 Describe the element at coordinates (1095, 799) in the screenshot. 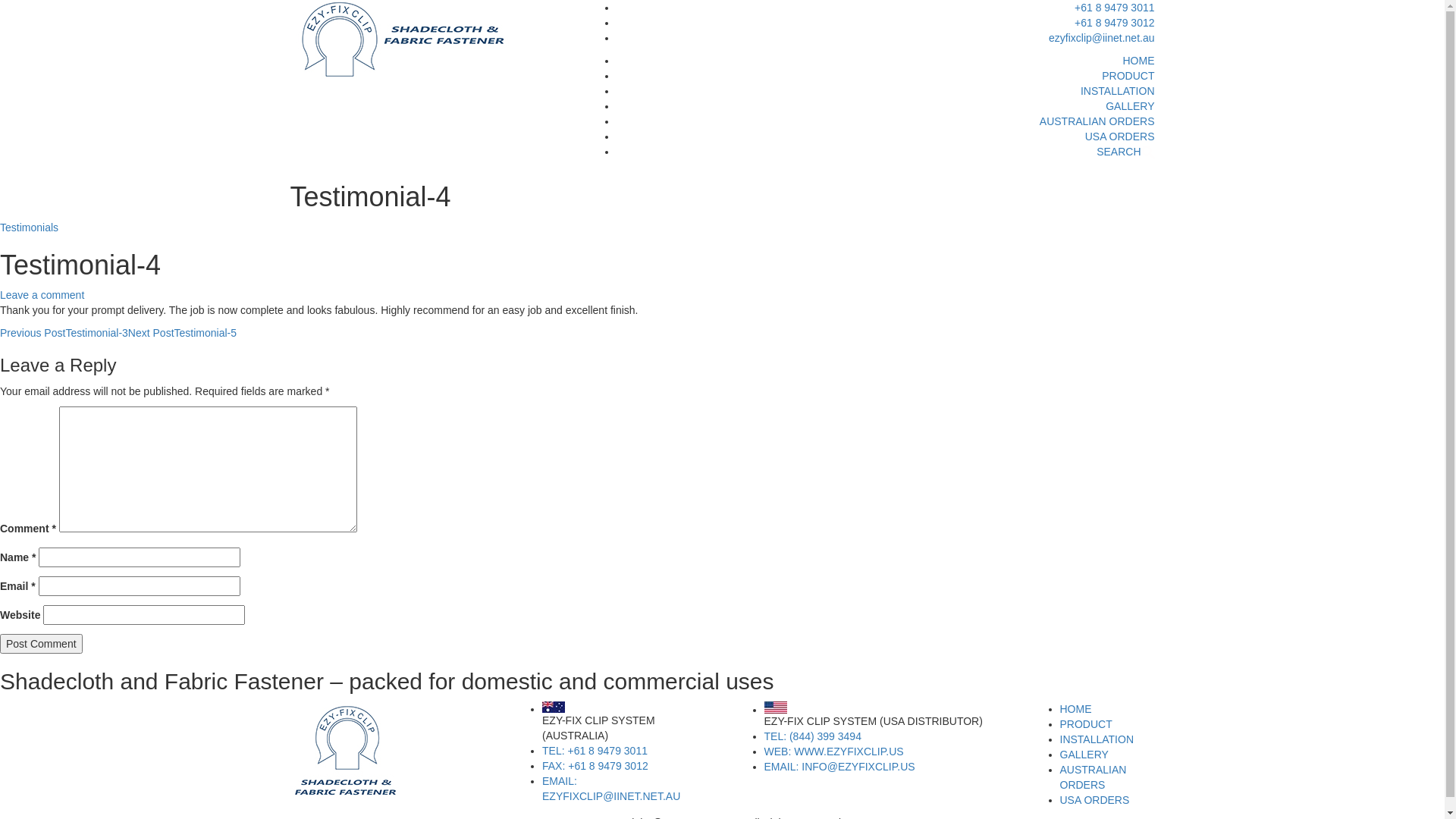

I see `'USA ORDERS'` at that location.